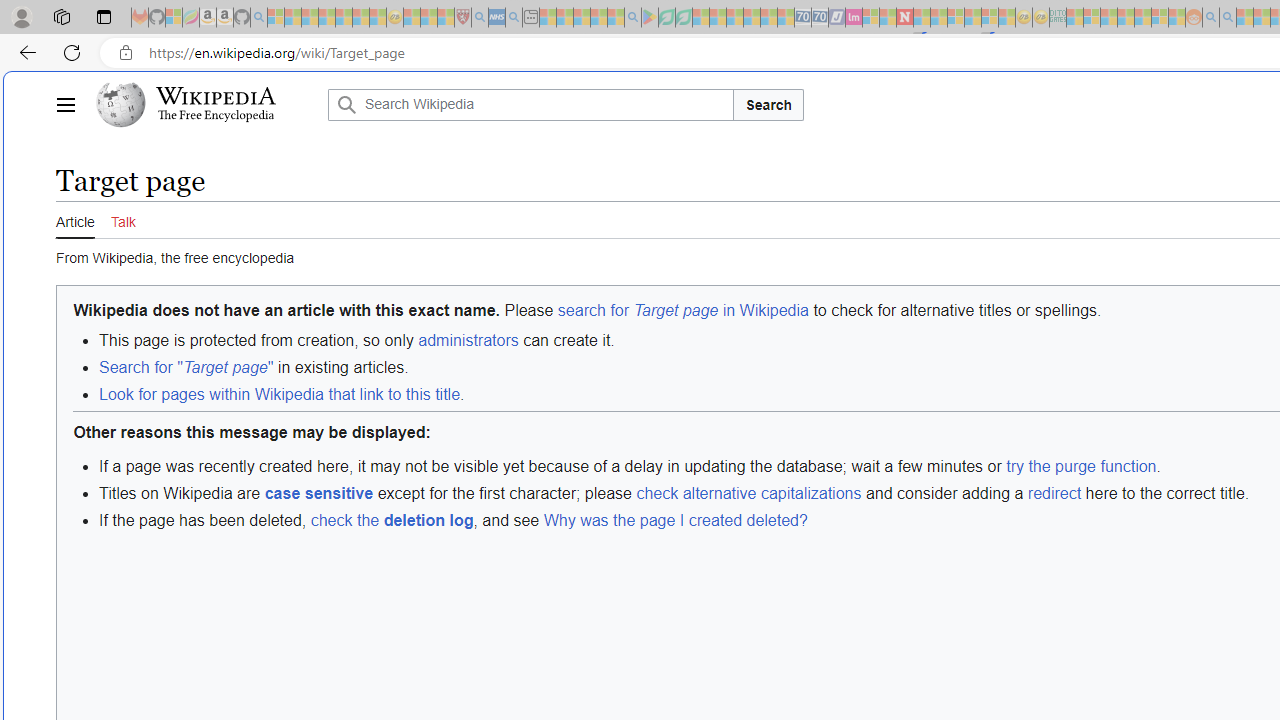 The width and height of the screenshot is (1280, 720). Describe the element at coordinates (1090, 17) in the screenshot. I see `'Microsoft account | Privacy - Sleeping'` at that location.